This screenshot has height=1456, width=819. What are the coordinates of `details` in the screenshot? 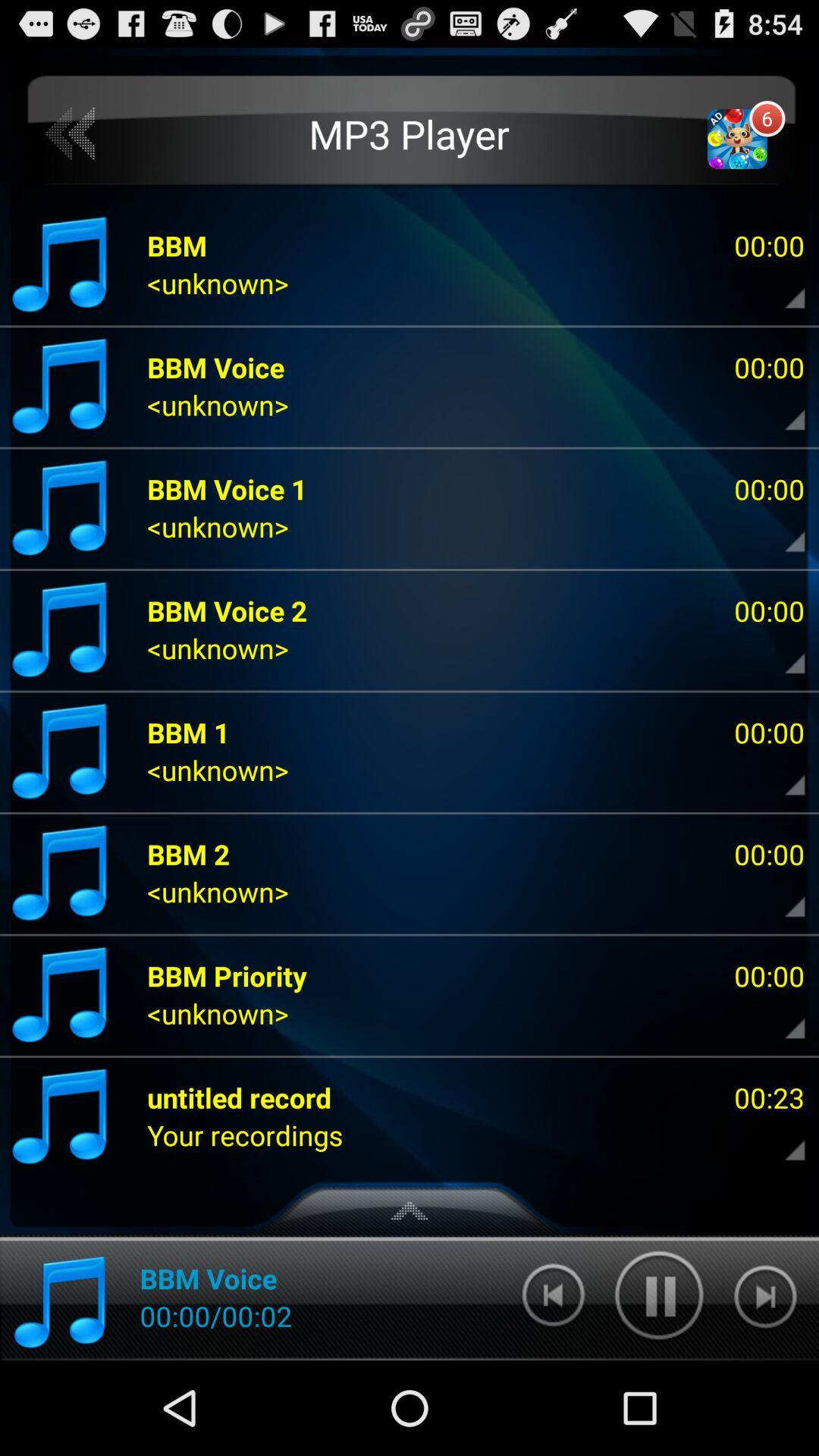 It's located at (782, 774).